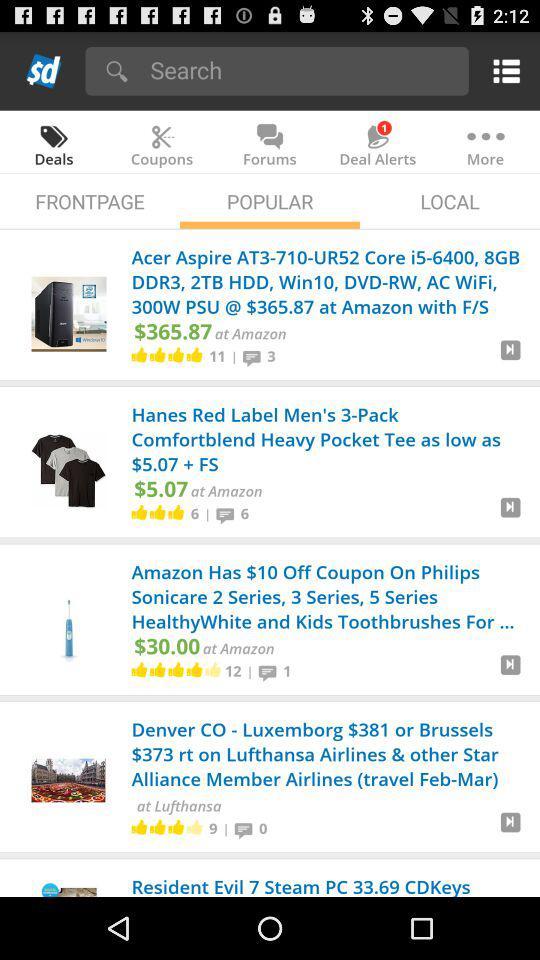 This screenshot has width=540, height=960. What do you see at coordinates (216, 355) in the screenshot?
I see `item below the $365.87 icon` at bounding box center [216, 355].